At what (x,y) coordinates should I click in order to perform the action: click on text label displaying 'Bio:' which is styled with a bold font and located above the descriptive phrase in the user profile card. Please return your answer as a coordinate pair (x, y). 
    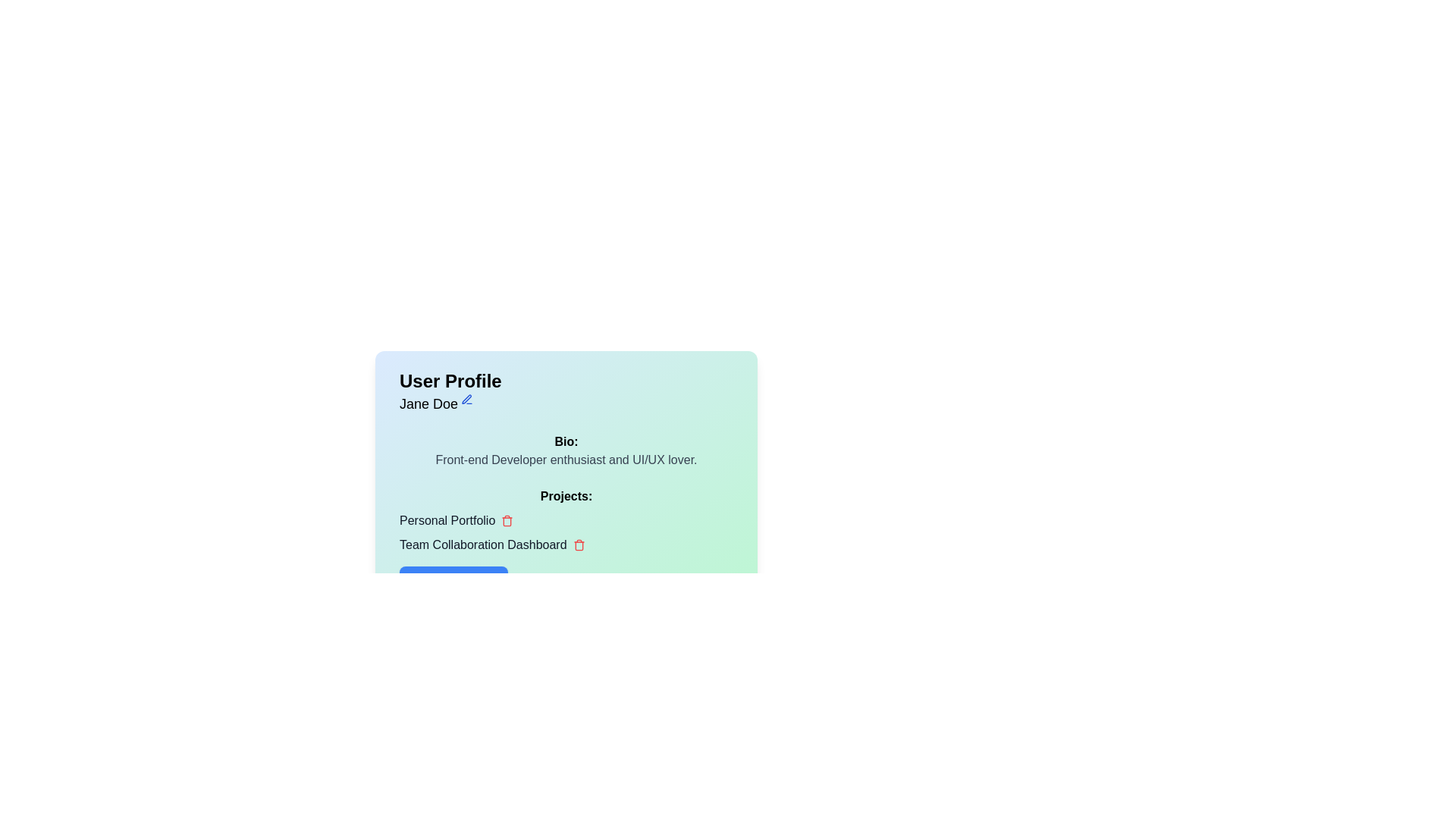
    Looking at the image, I should click on (566, 441).